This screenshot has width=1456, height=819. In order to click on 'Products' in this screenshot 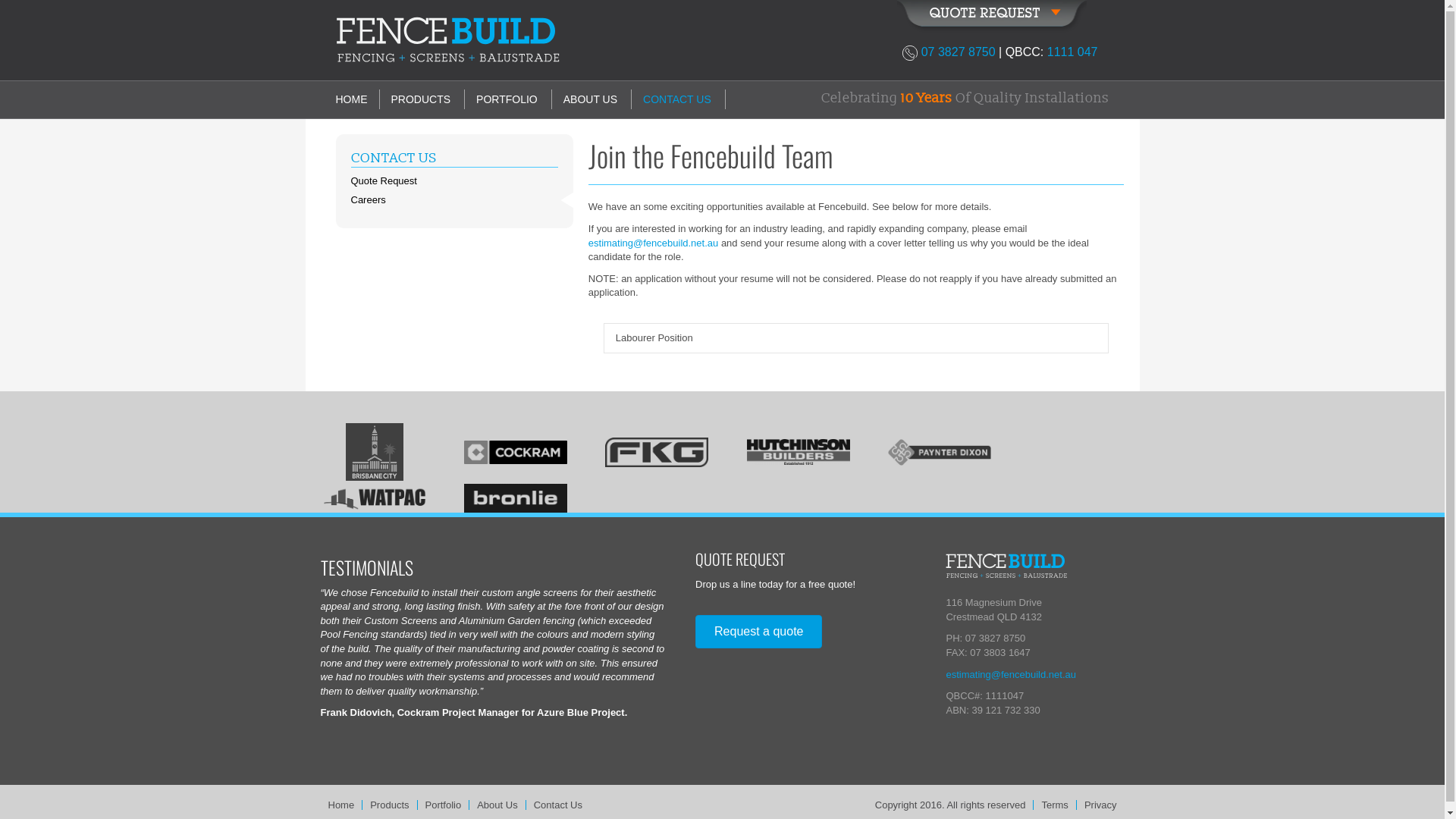, I will do `click(389, 804)`.